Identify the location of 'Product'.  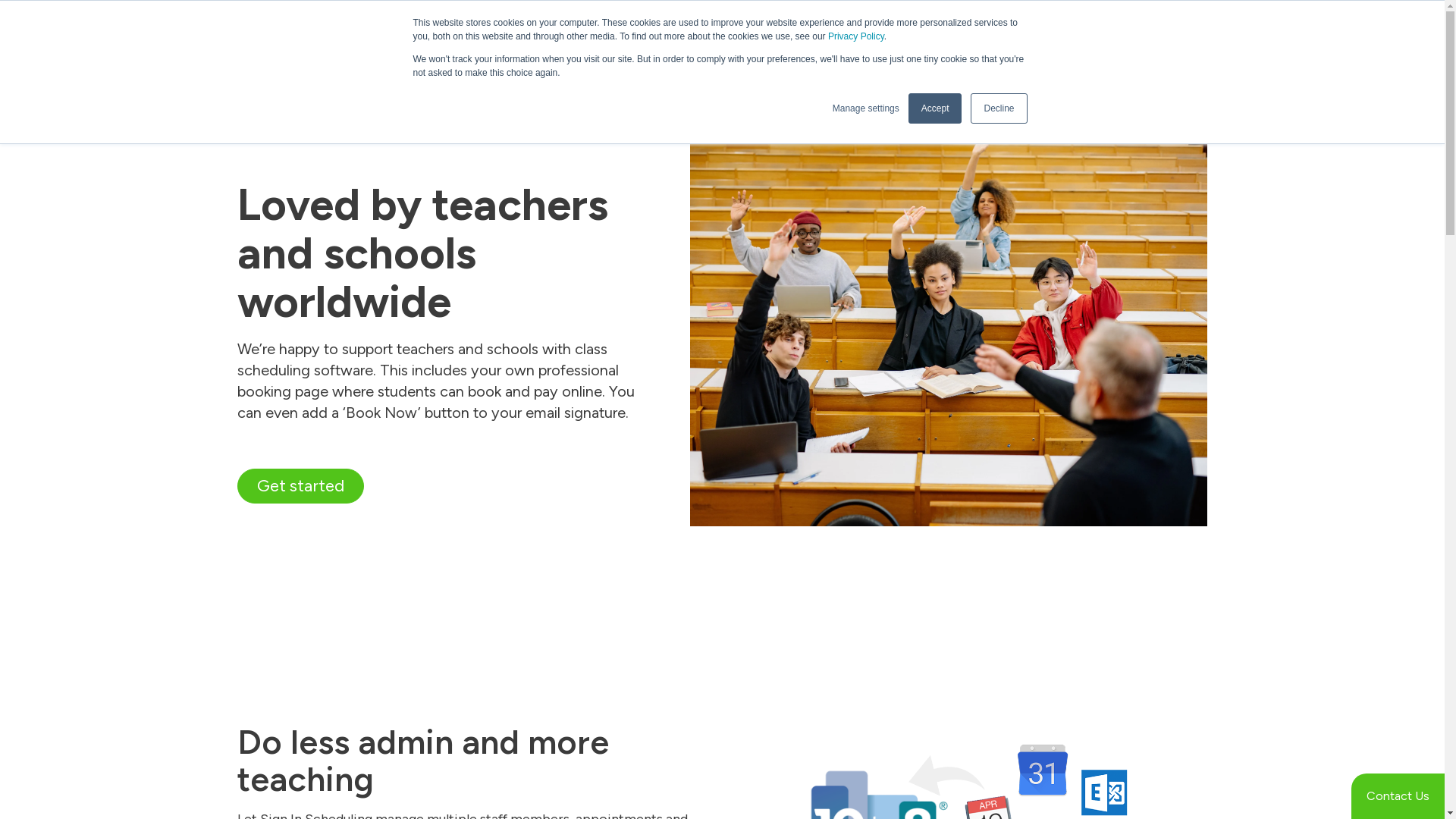
(821, 76).